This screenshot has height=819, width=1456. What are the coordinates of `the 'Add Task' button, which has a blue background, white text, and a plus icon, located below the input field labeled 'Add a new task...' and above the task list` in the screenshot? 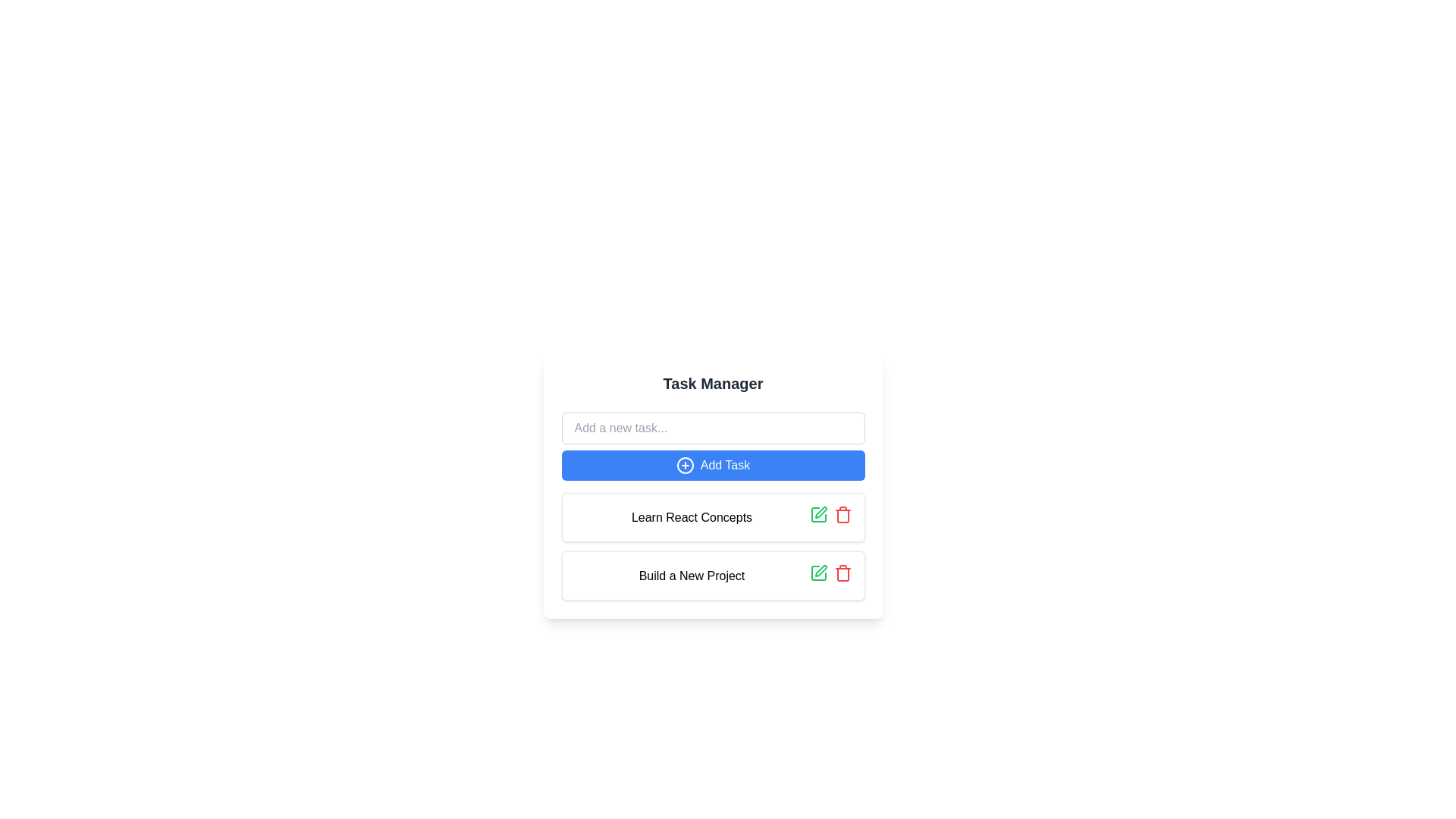 It's located at (712, 464).